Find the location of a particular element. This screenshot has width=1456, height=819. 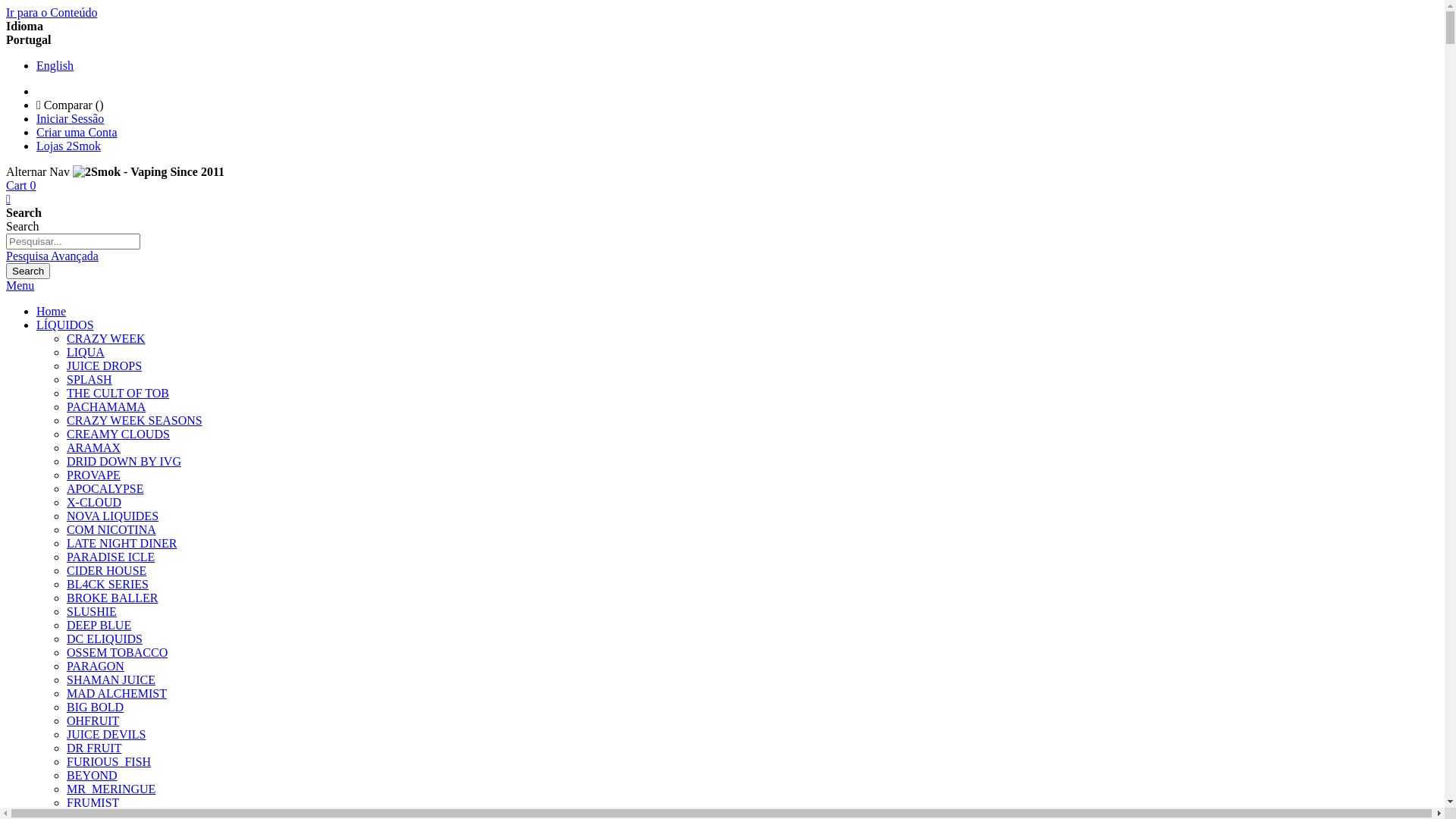

'DEEP BLUE' is located at coordinates (98, 625).